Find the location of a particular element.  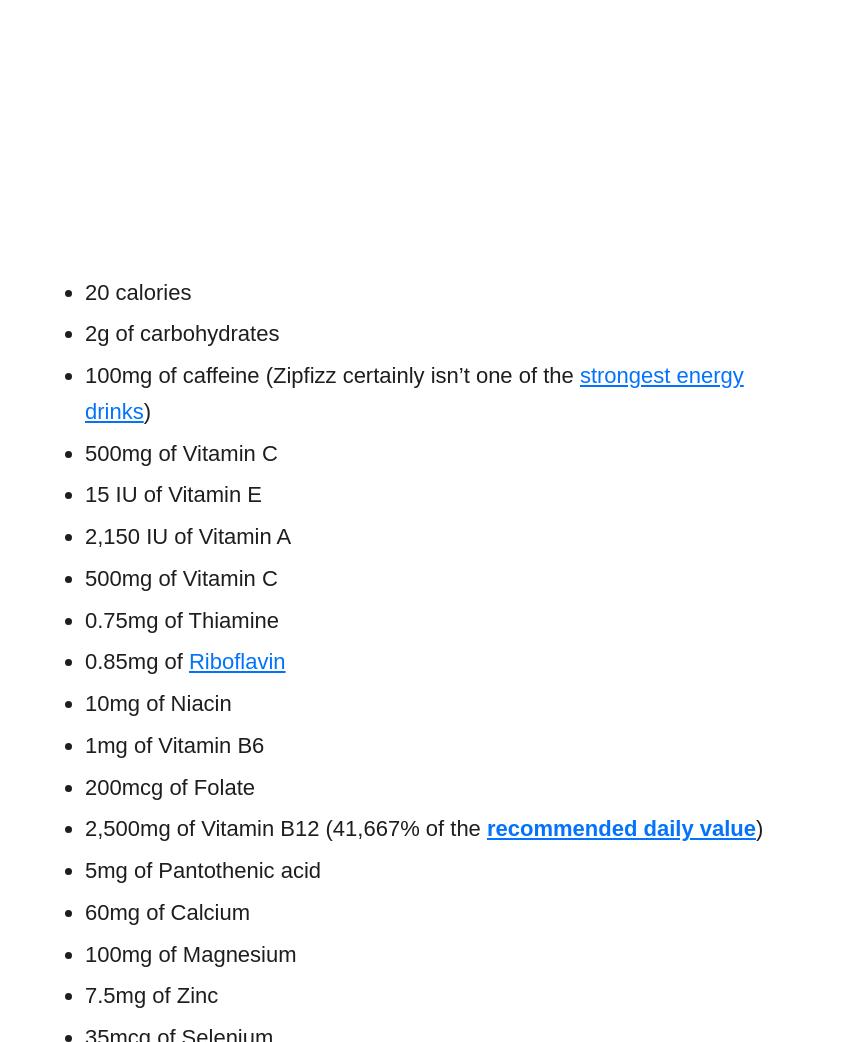

'60mg of Calcium' is located at coordinates (167, 910).